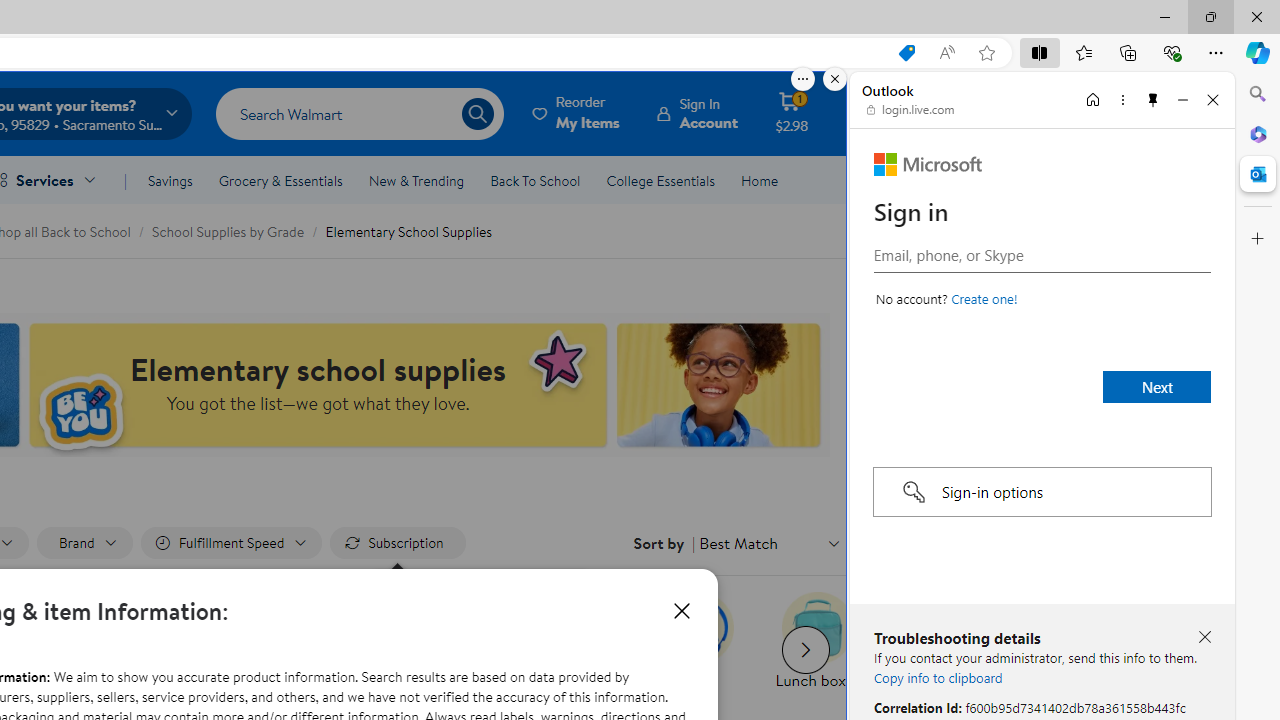 This screenshot has width=1280, height=720. Describe the element at coordinates (910, 110) in the screenshot. I see `'login.live.com'` at that location.